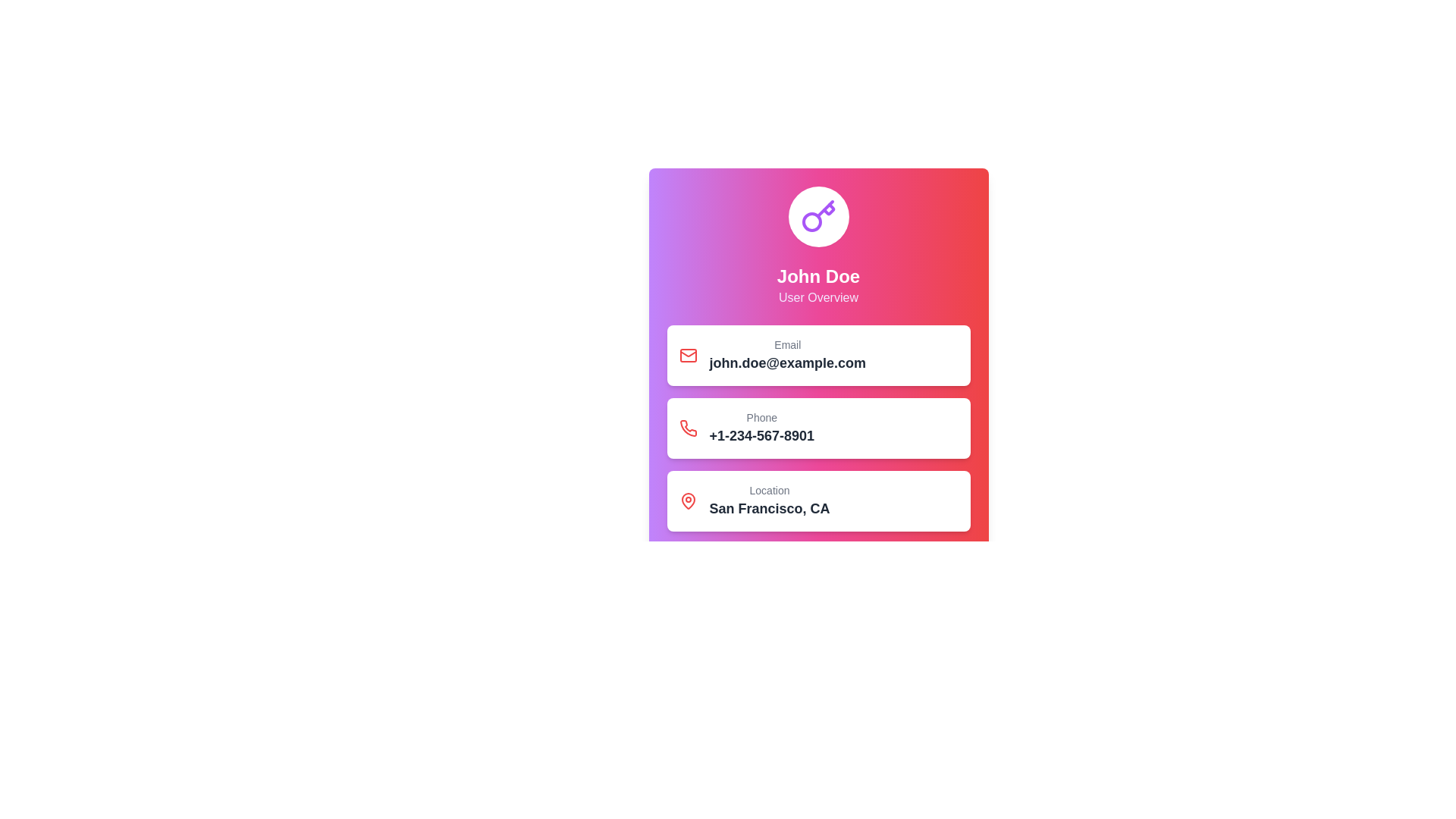  I want to click on the envelope icon representing email information, located in the top information block of the card, so click(687, 356).